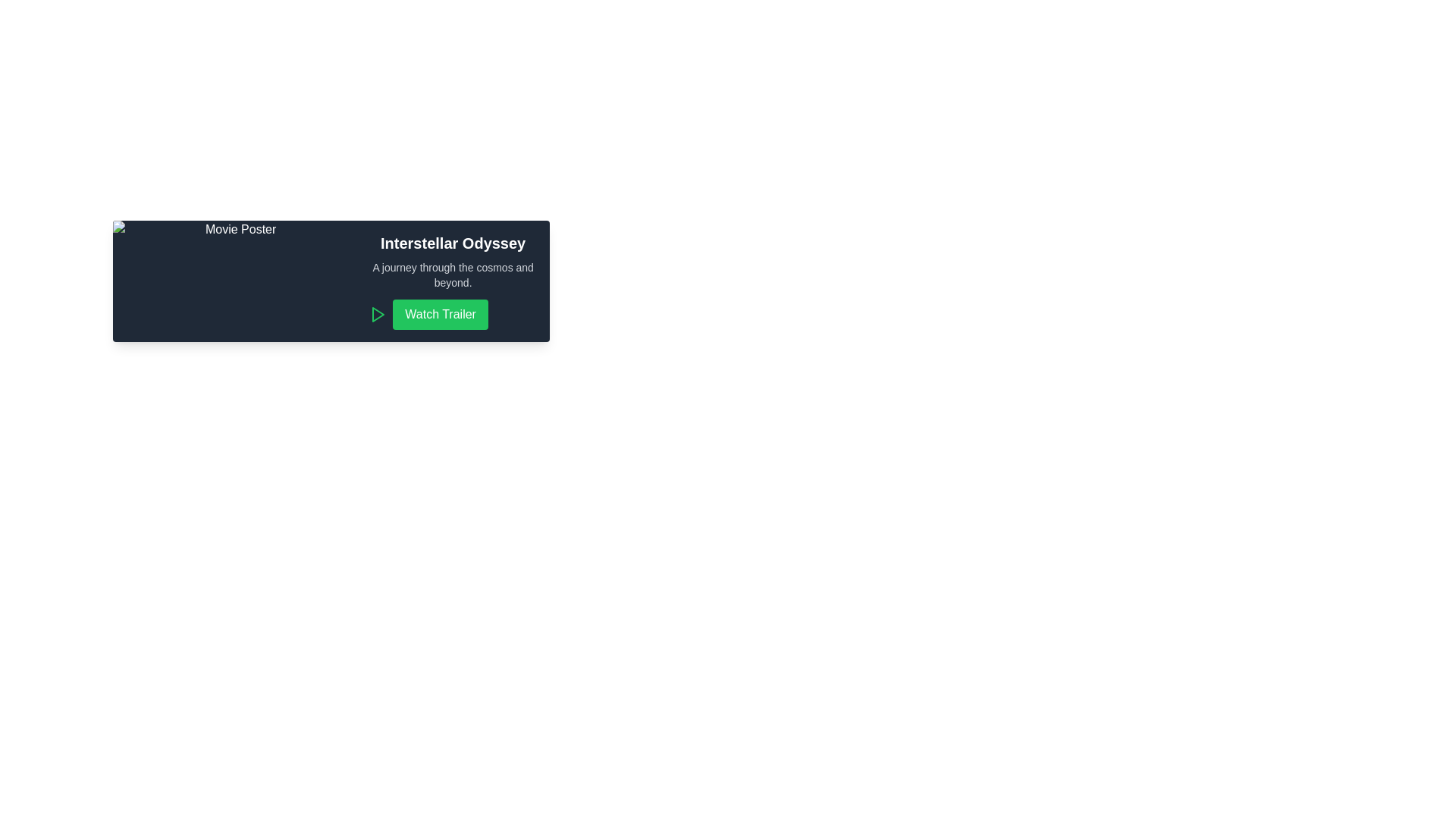  What do you see at coordinates (378, 314) in the screenshot?
I see `the triangular play button icon filled with green and outlined with a black stroke, located to the left of the 'Watch Trailer' button in the dark-themed card layout for 'Interstellar Odyssey'` at bounding box center [378, 314].